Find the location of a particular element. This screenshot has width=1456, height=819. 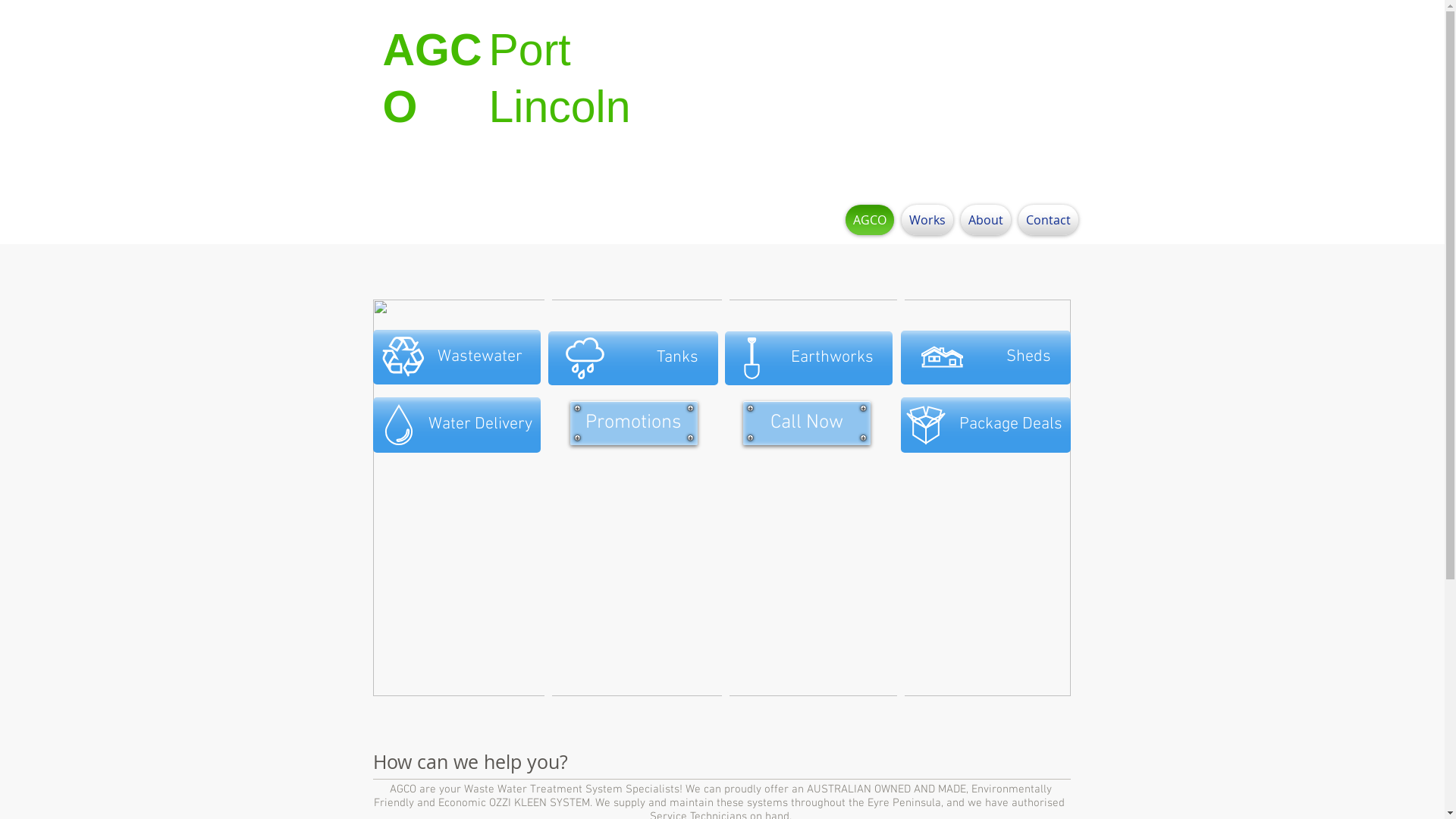

'Promotions' is located at coordinates (570, 423).